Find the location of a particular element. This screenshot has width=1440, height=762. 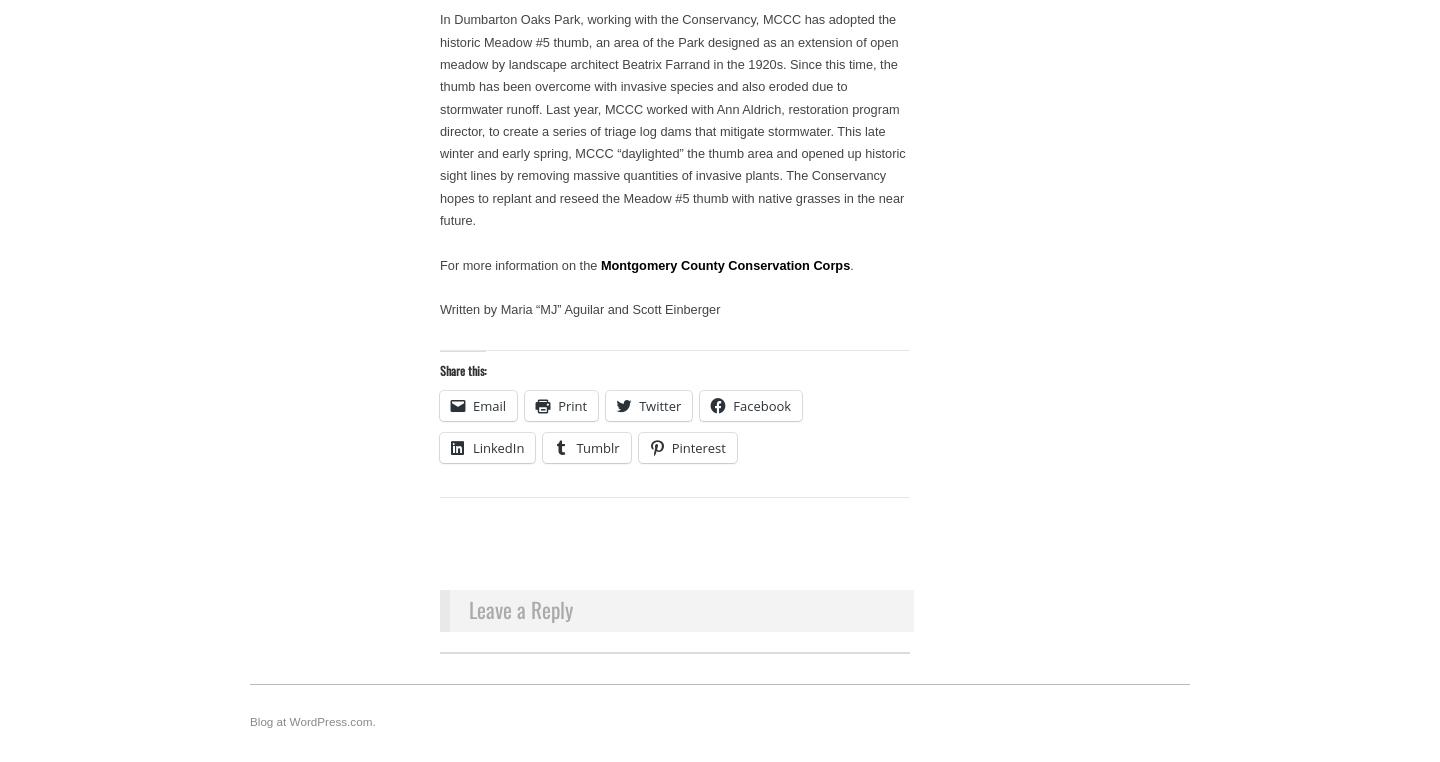

'For more information on the' is located at coordinates (518, 263).